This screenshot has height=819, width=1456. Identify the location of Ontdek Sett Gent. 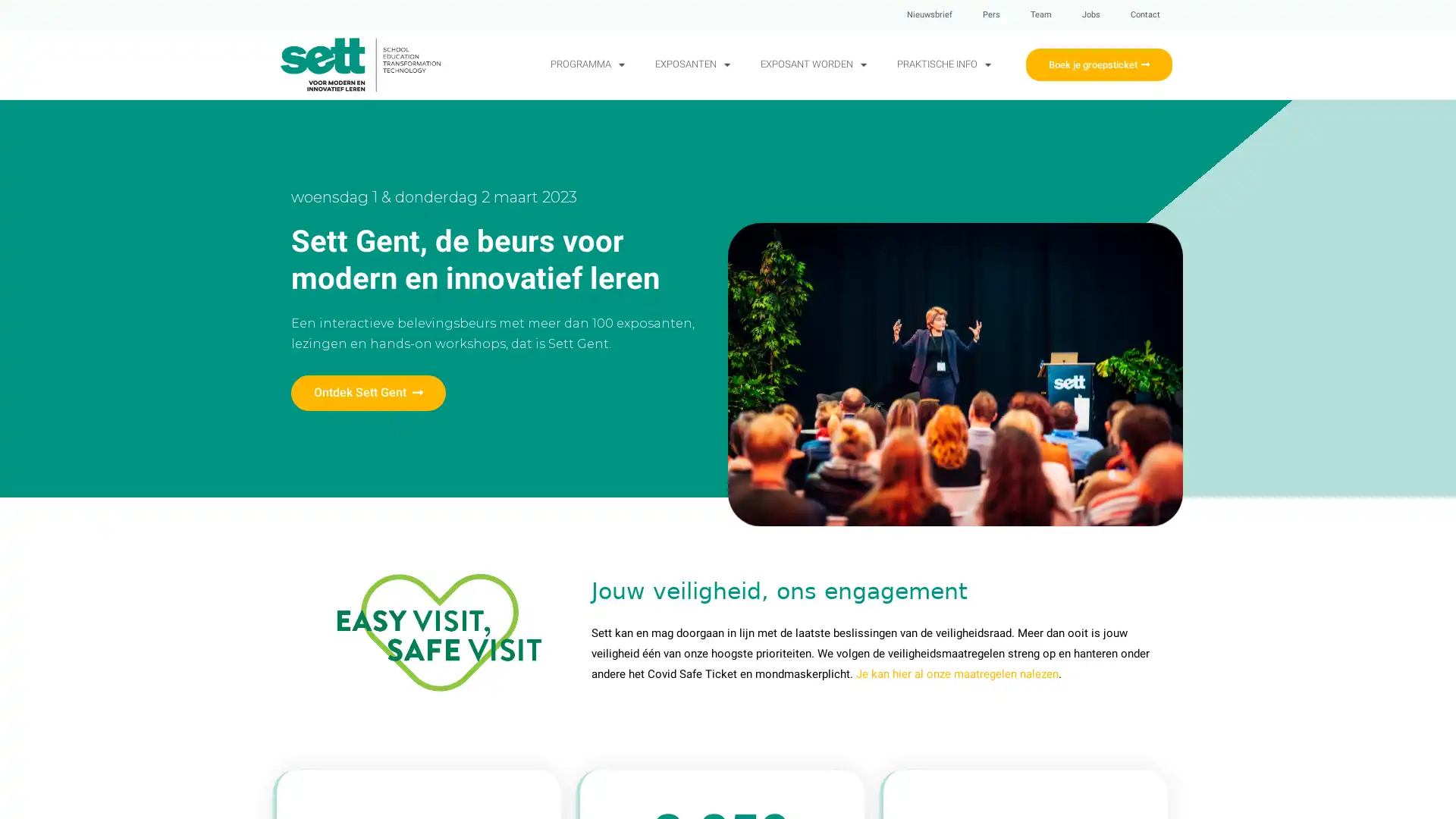
(368, 392).